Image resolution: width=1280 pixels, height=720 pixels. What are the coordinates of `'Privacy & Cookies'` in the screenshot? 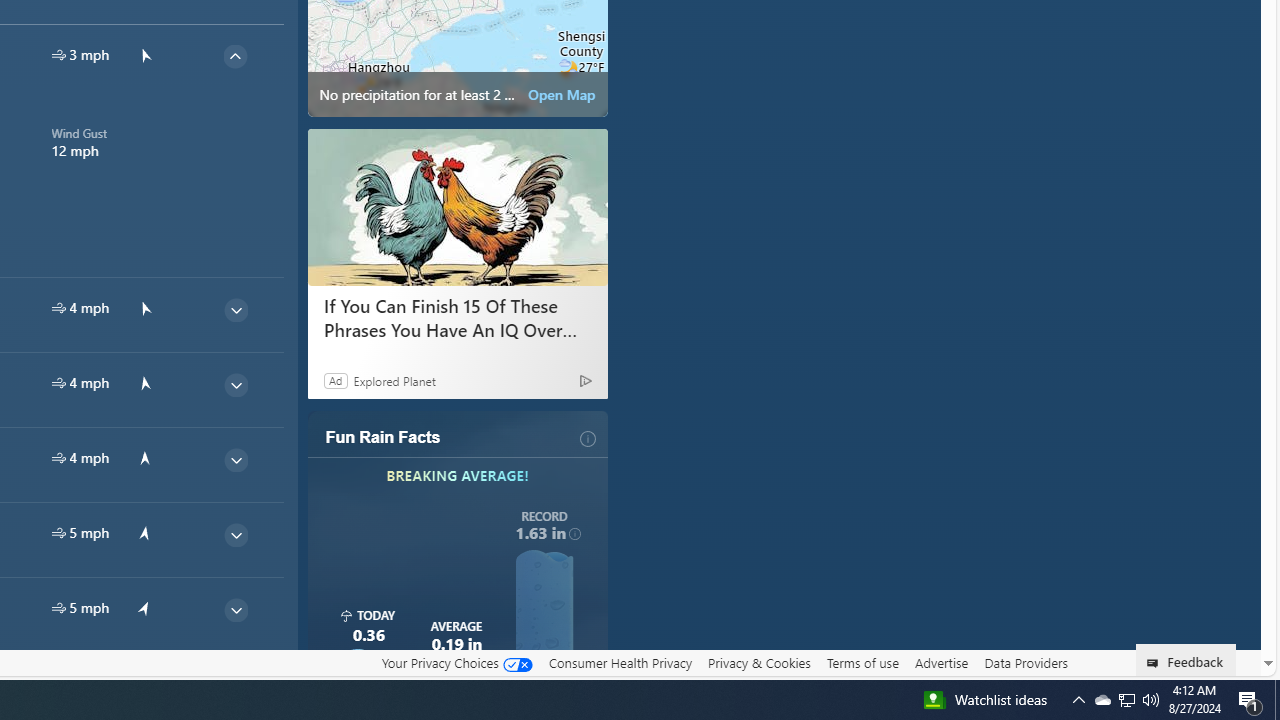 It's located at (758, 662).